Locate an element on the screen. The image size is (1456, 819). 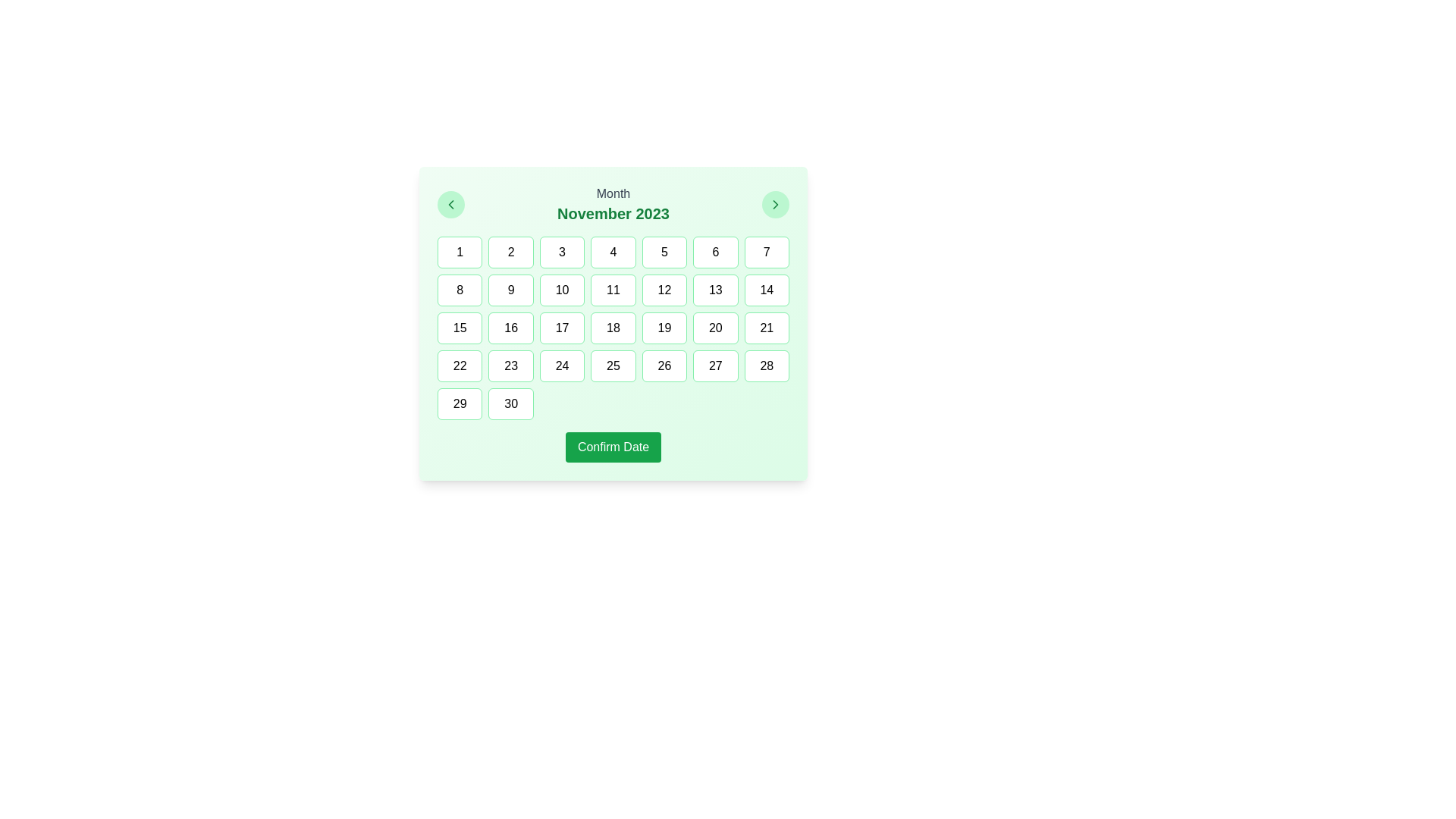
the date button labeled '18' which is styled with a white background and green border in the calendar grid layout is located at coordinates (613, 327).